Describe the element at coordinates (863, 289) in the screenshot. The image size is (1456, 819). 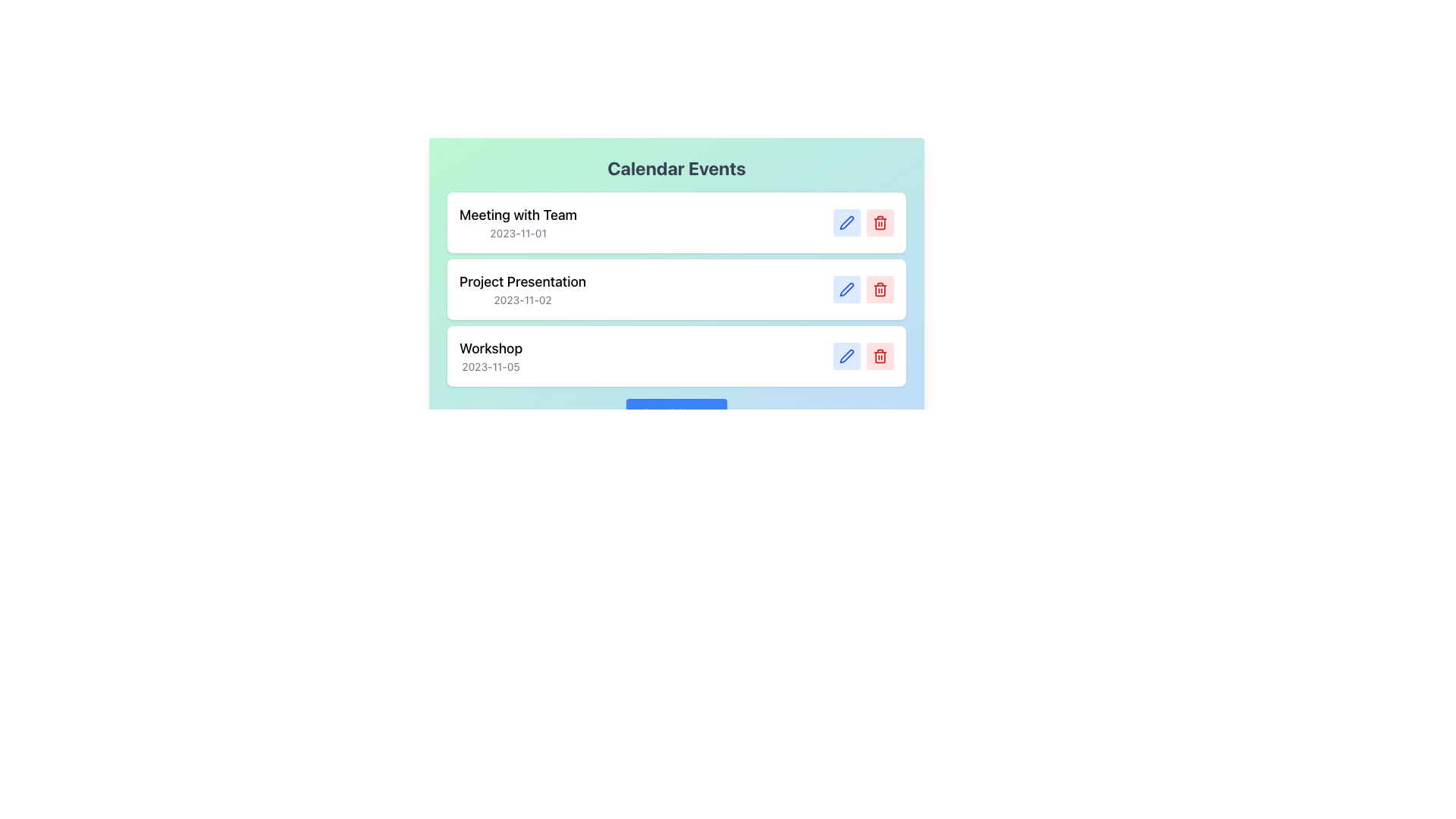
I see `the composite button group containing the blue 'edit' button and the red 'delete' button` at that location.